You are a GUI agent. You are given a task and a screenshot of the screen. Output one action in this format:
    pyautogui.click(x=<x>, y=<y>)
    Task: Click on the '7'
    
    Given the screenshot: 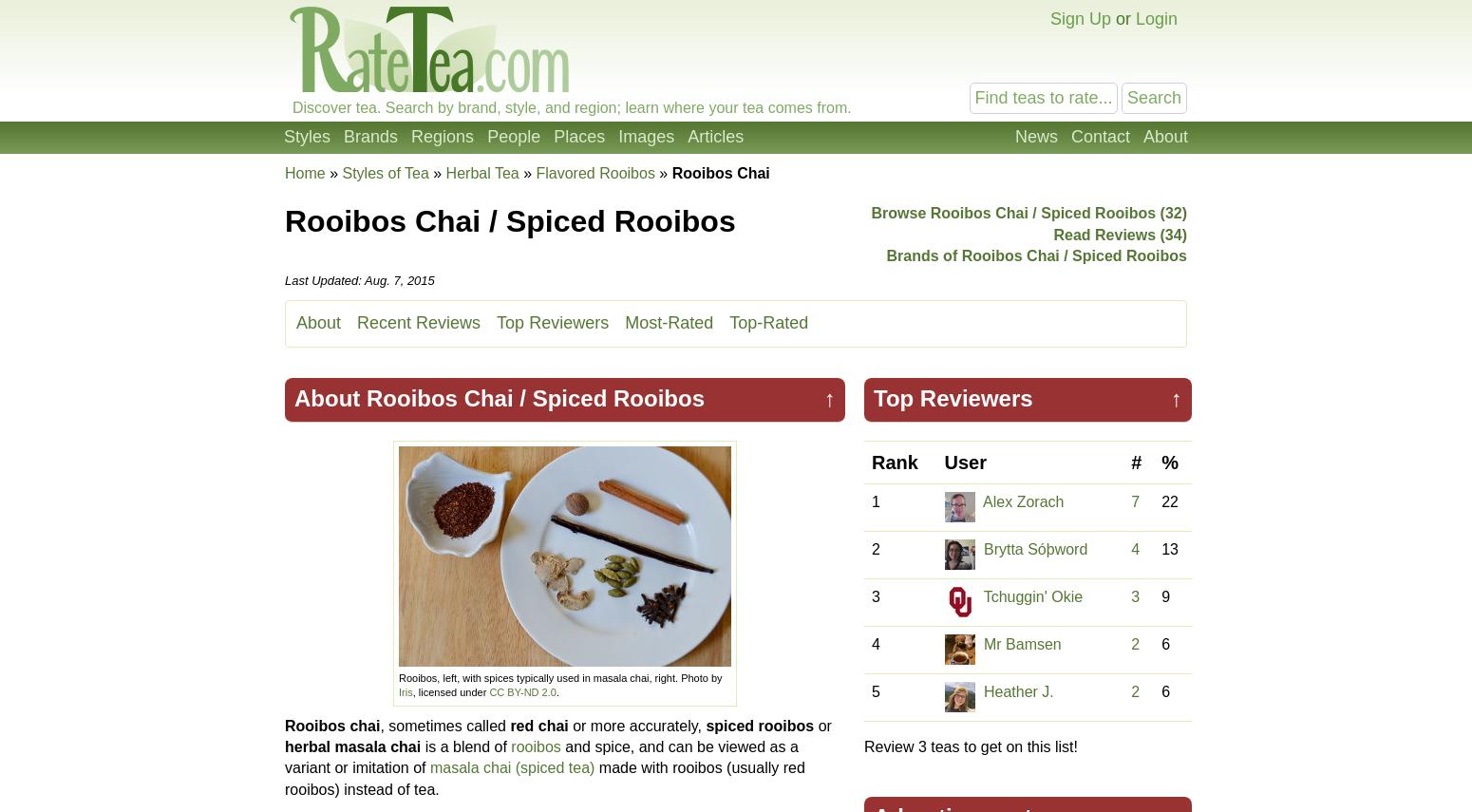 What is the action you would take?
    pyautogui.click(x=1131, y=501)
    